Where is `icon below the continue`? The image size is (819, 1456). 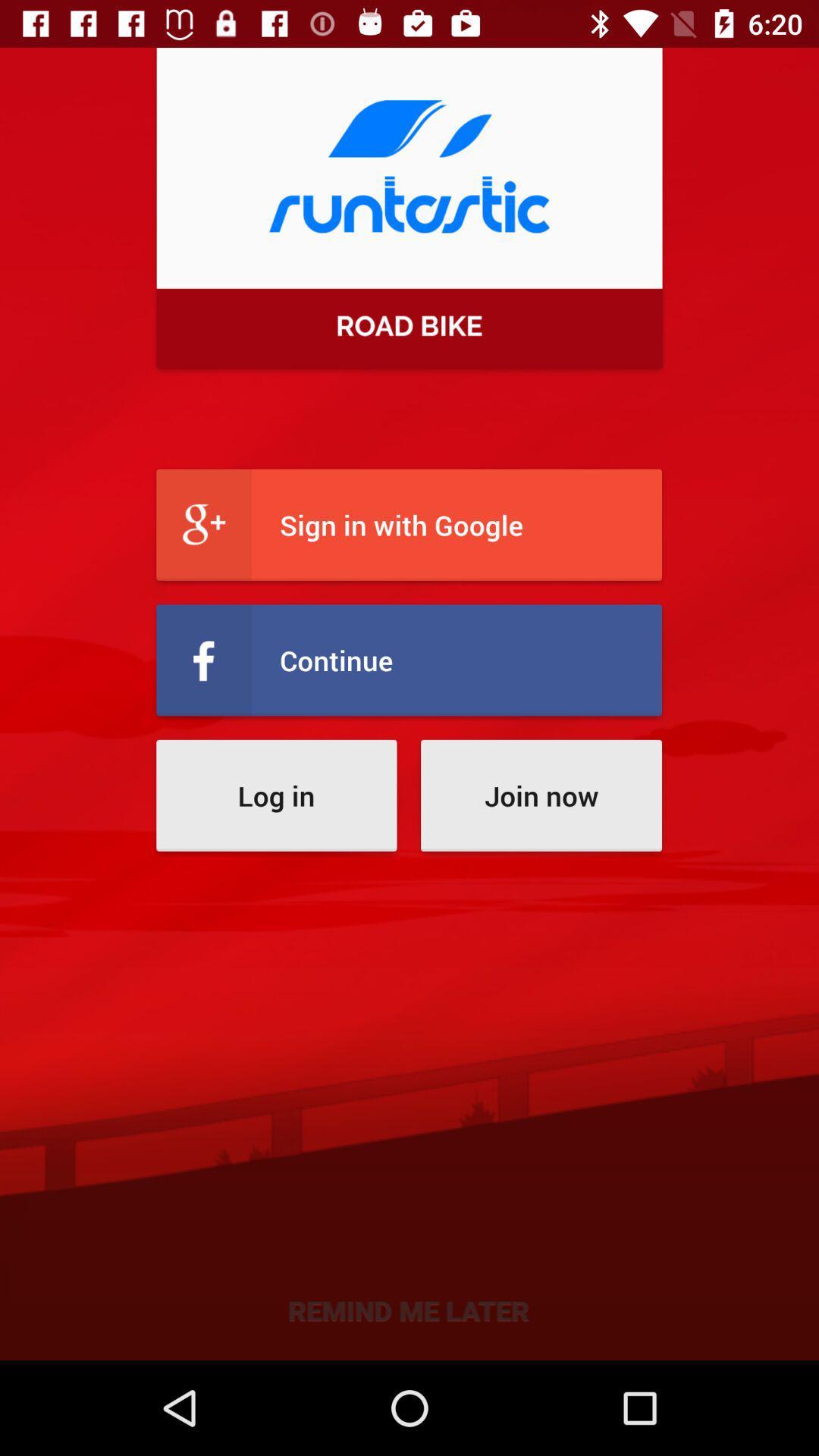 icon below the continue is located at coordinates (276, 795).